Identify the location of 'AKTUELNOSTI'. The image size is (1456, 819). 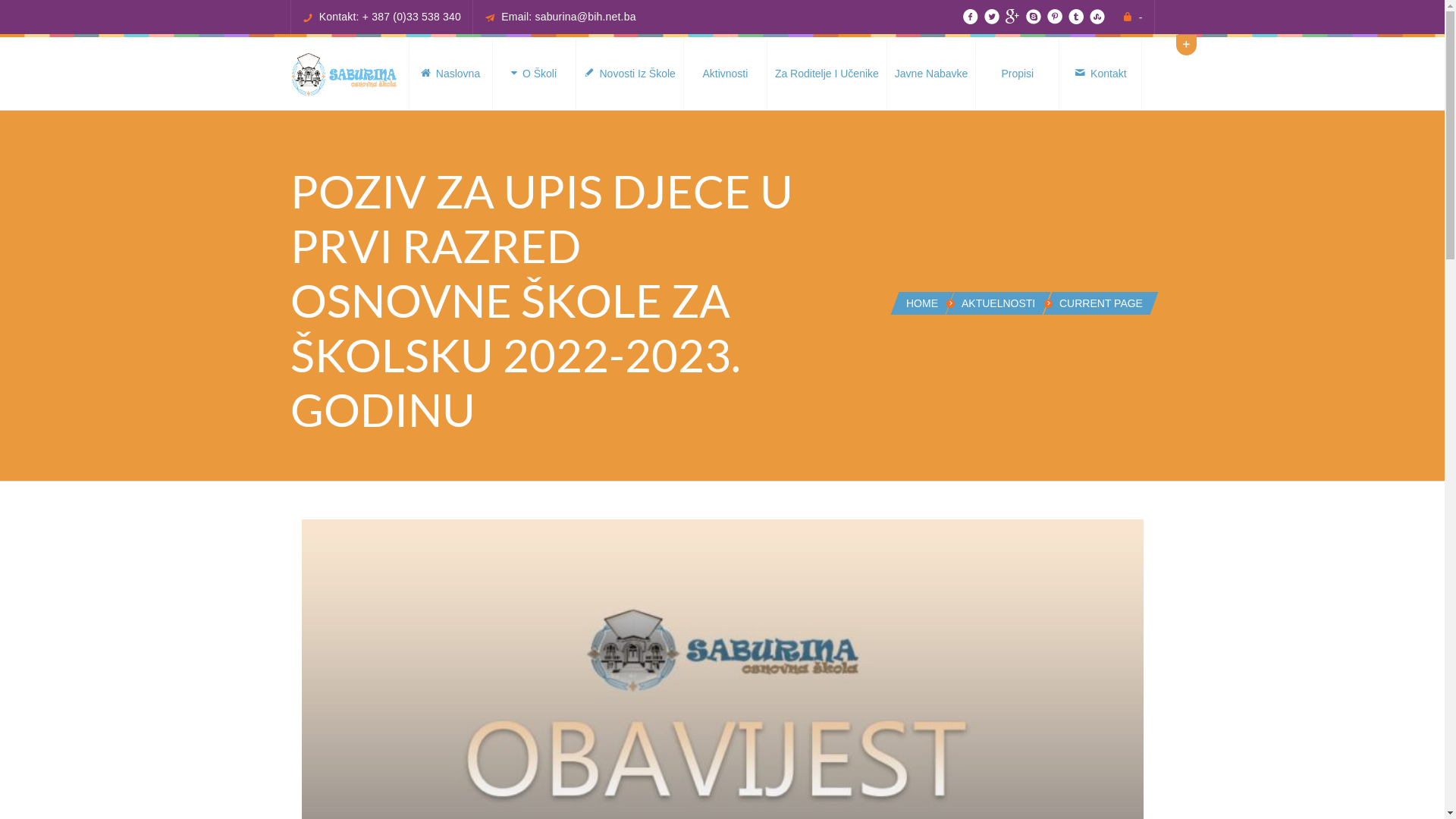
(960, 303).